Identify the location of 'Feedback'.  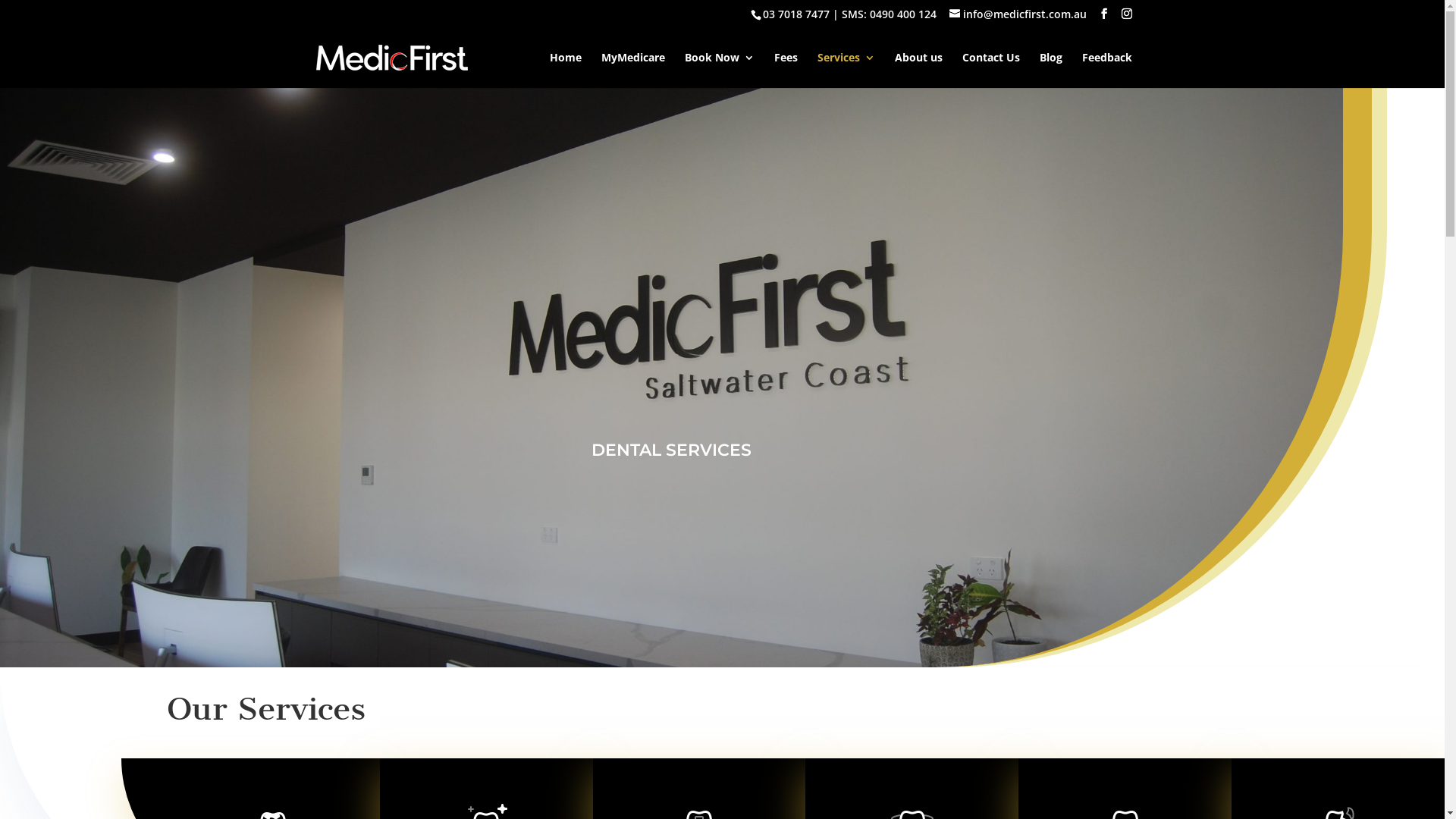
(1106, 70).